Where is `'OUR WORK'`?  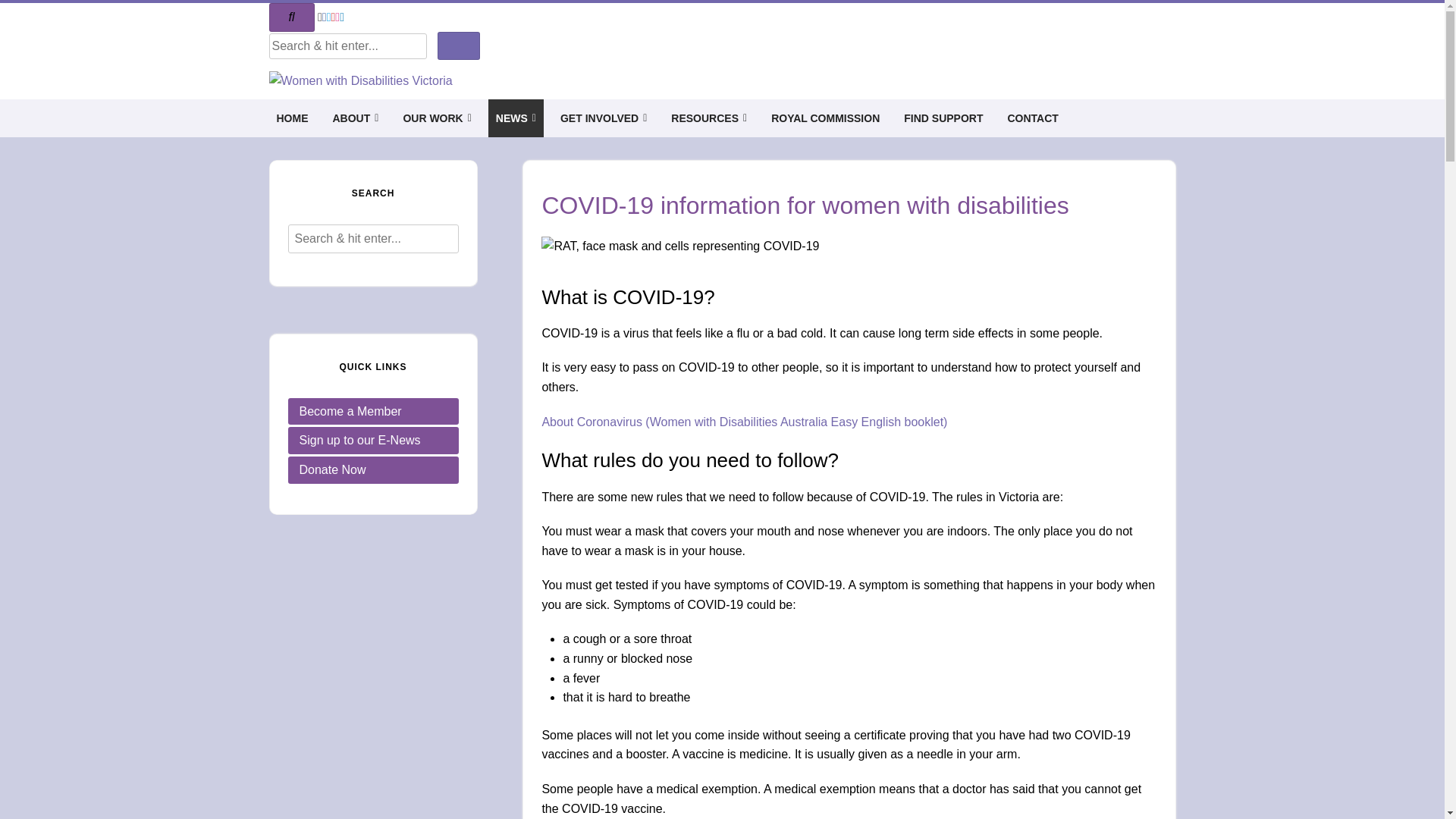 'OUR WORK' is located at coordinates (436, 117).